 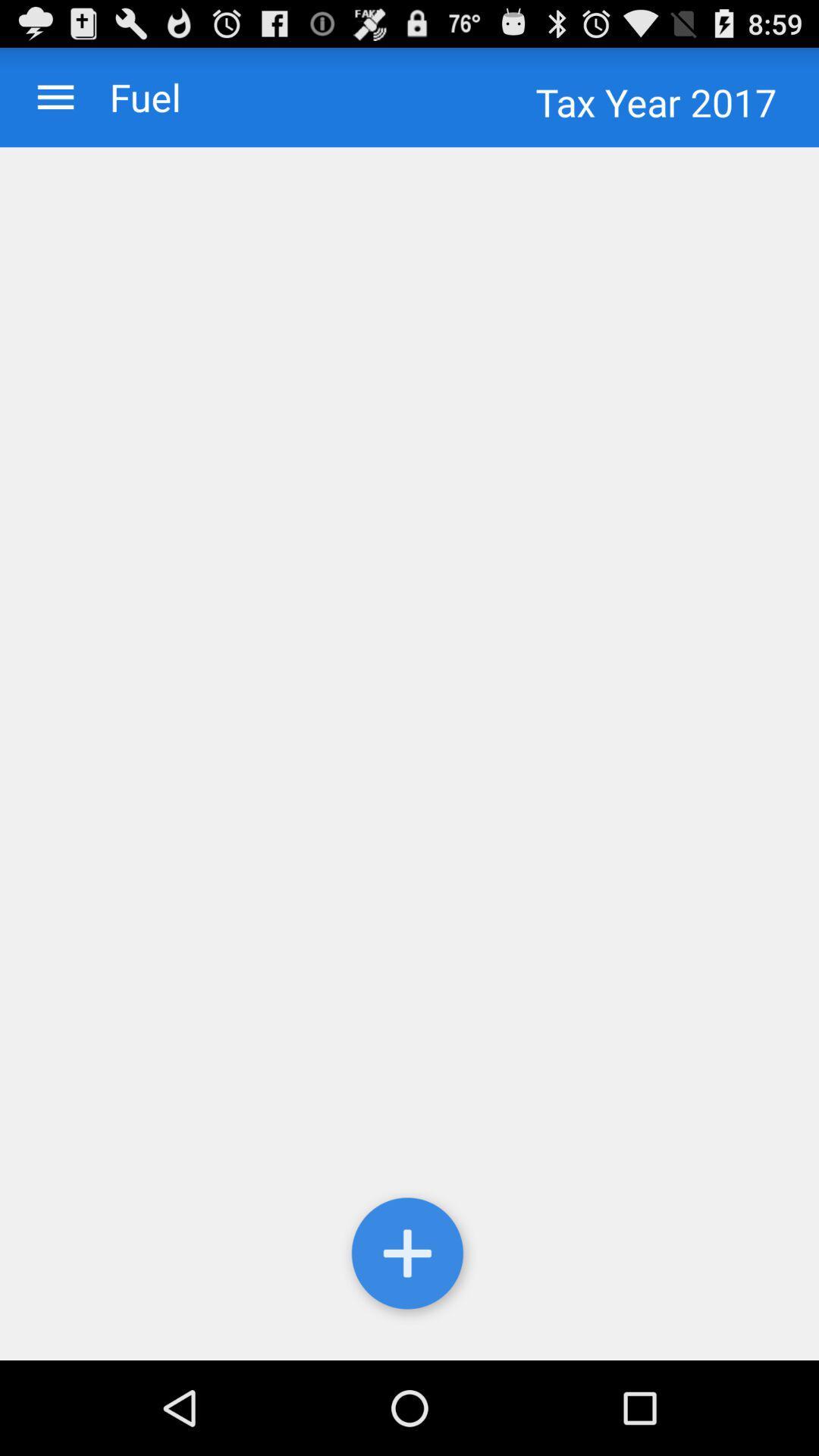 What do you see at coordinates (55, 96) in the screenshot?
I see `other options` at bounding box center [55, 96].